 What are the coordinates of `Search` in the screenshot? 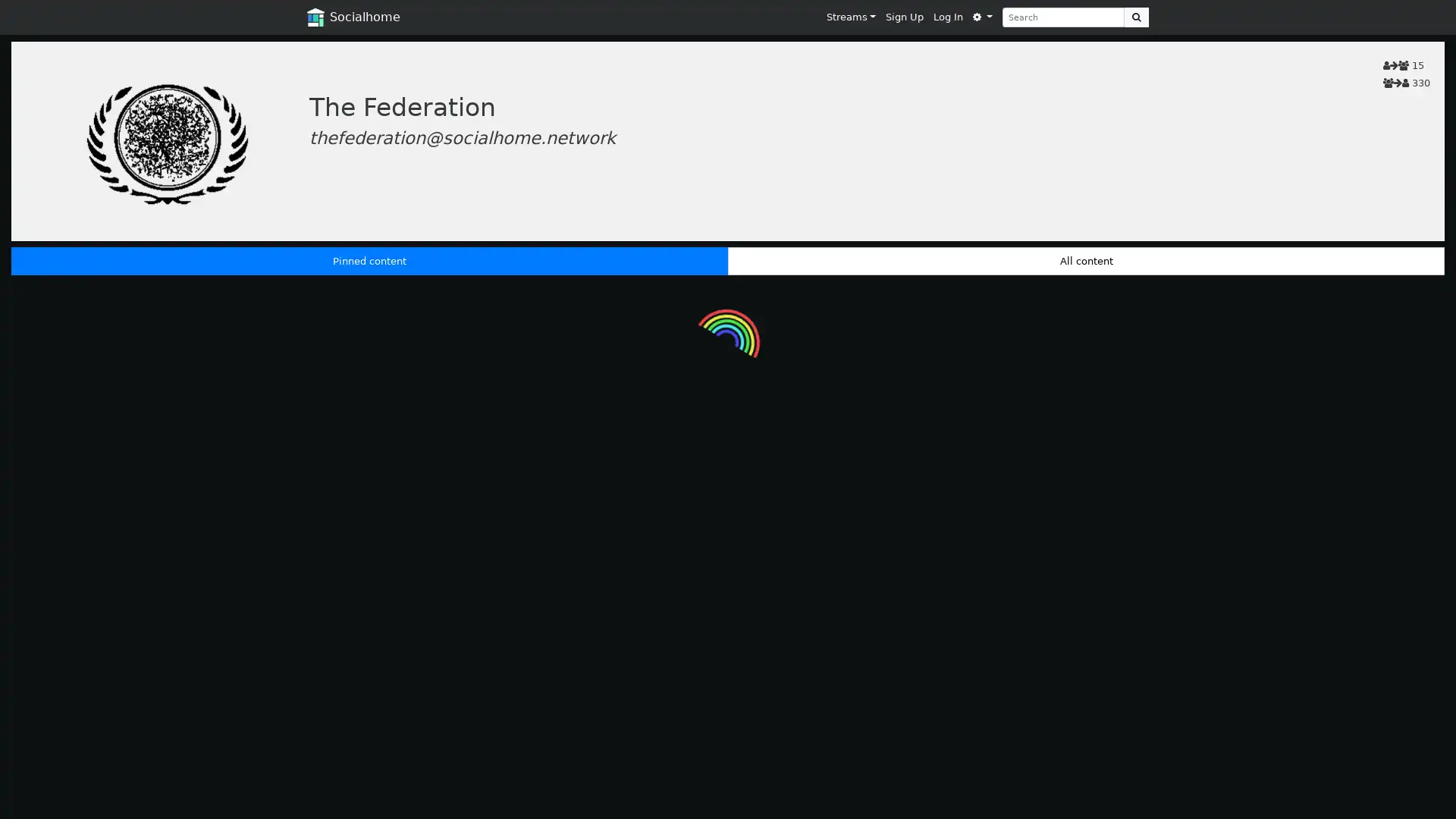 It's located at (1136, 17).